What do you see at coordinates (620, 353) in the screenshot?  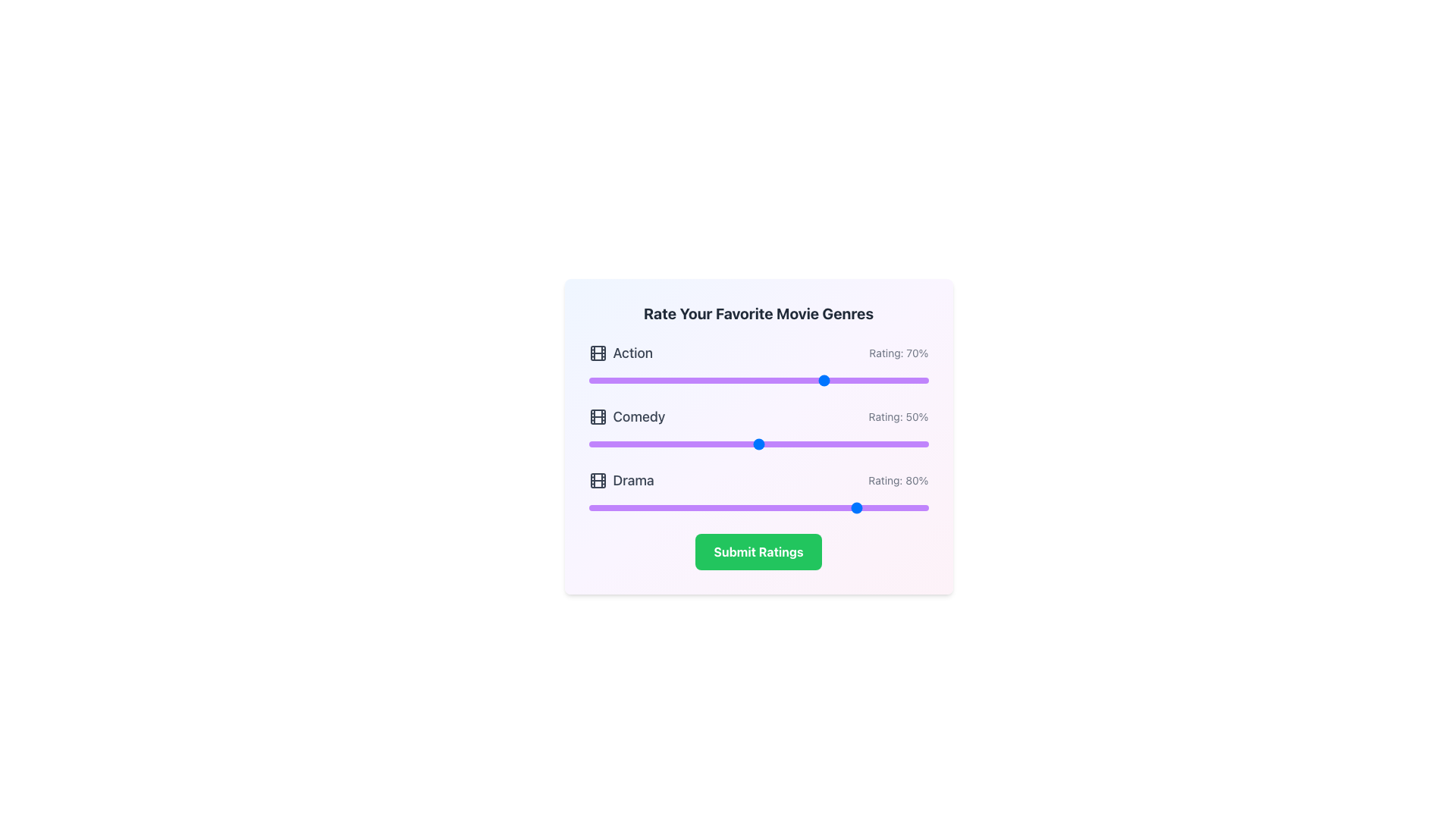 I see `the bold text label 'Action' located next to the film reel icon in the 'Rate Your Favorite Movie Genres' section` at bounding box center [620, 353].